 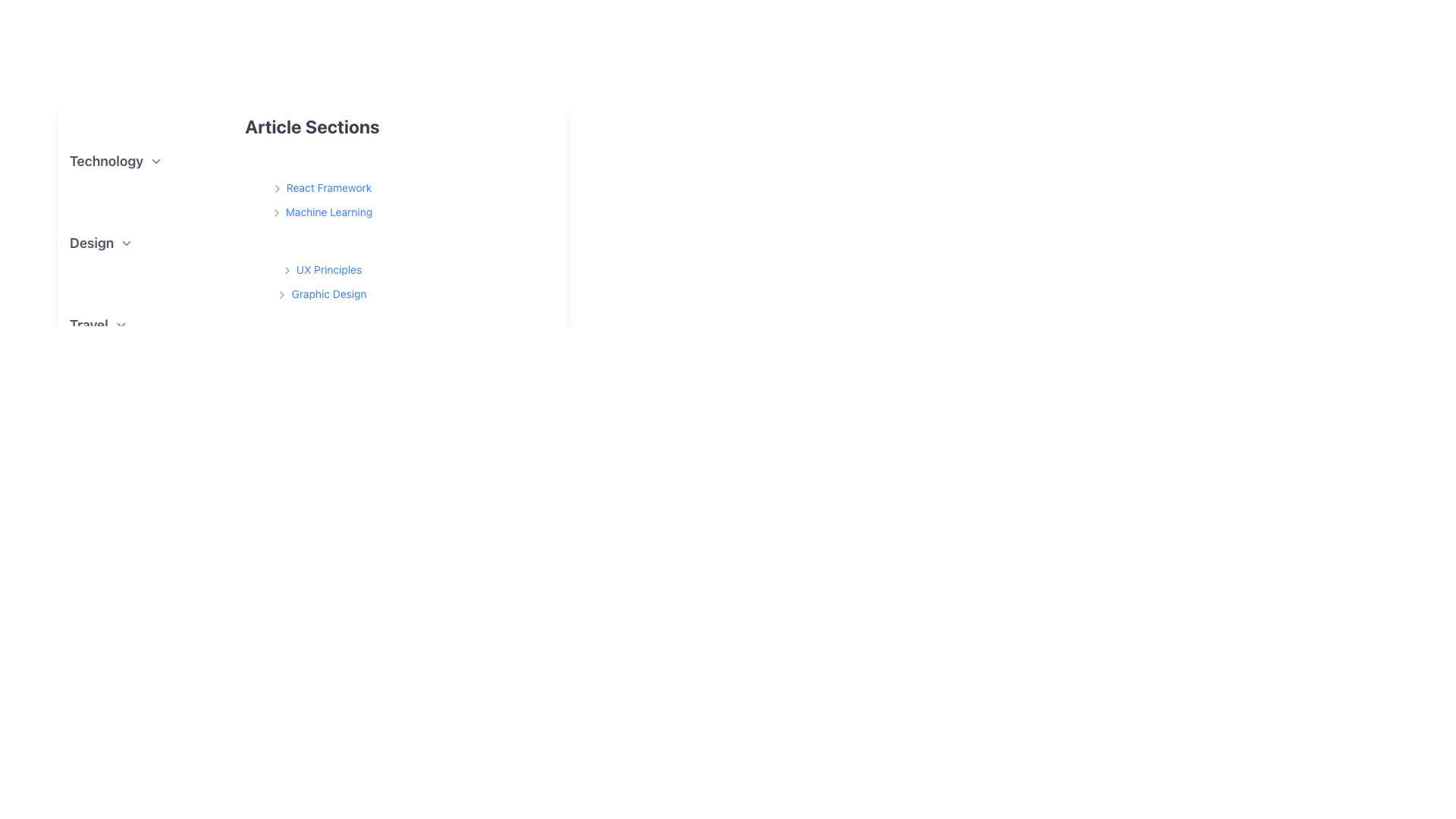 What do you see at coordinates (320, 268) in the screenshot?
I see `the hyperlink in the 'Design' section of the 'Article Sections' list` at bounding box center [320, 268].